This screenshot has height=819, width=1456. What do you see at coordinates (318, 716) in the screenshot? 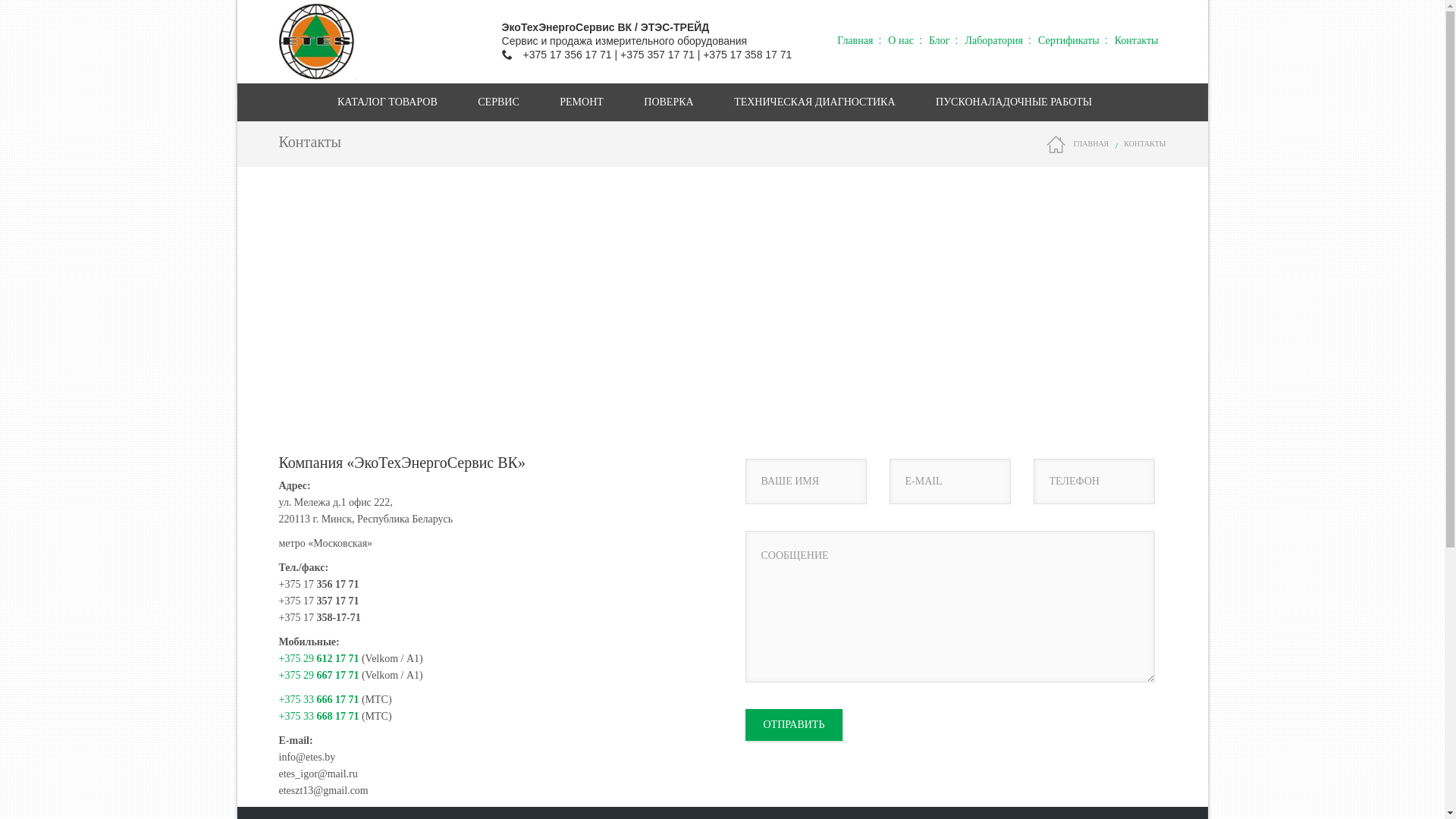
I see `'+375 33 668 17 71'` at bounding box center [318, 716].